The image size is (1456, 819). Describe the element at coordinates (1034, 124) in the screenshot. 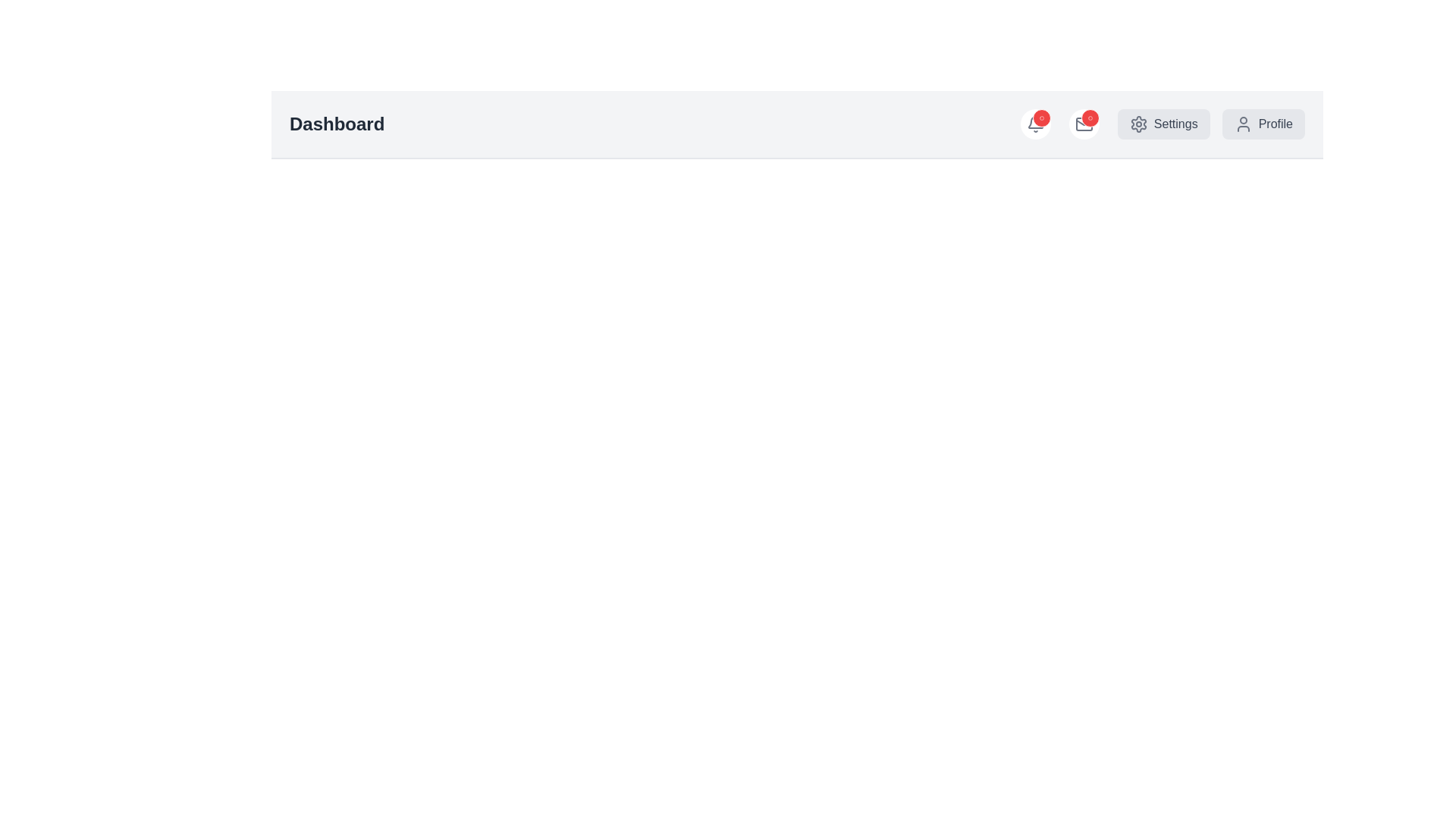

I see `the notification bell icon with a red badge displaying the number '3'` at that location.